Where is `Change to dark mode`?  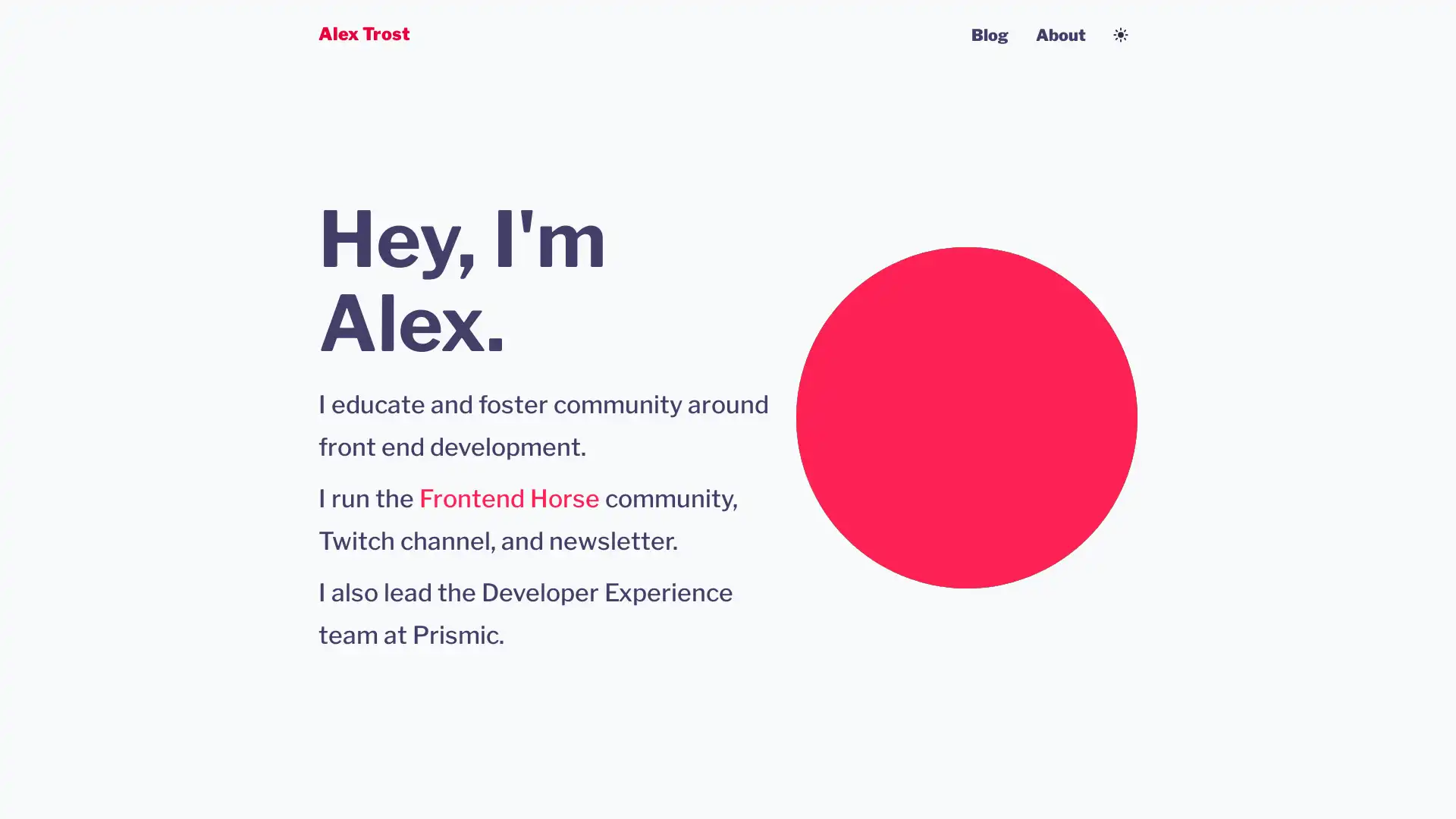 Change to dark mode is located at coordinates (1121, 34).